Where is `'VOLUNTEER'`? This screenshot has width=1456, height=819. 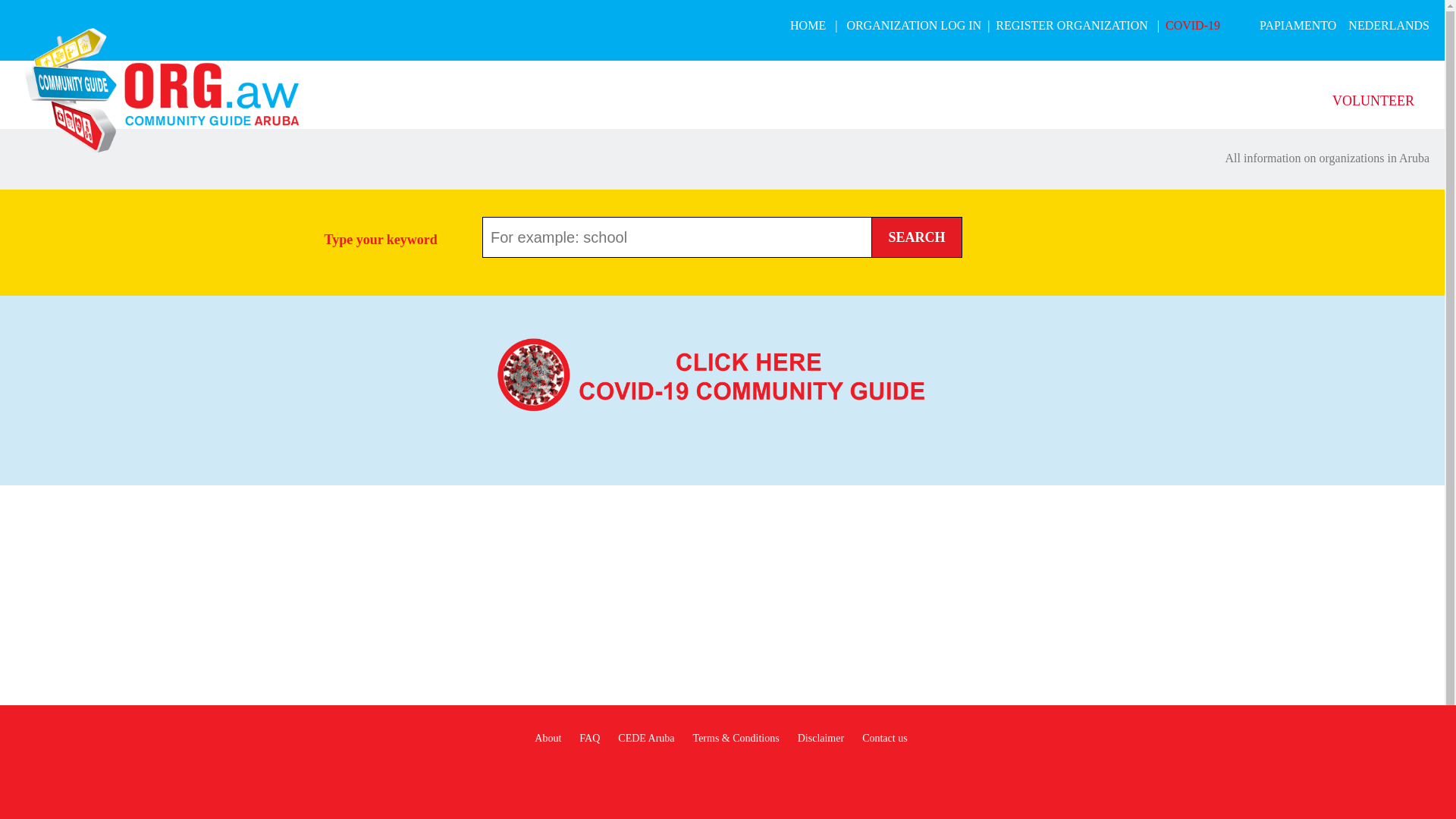 'VOLUNTEER' is located at coordinates (1331, 100).